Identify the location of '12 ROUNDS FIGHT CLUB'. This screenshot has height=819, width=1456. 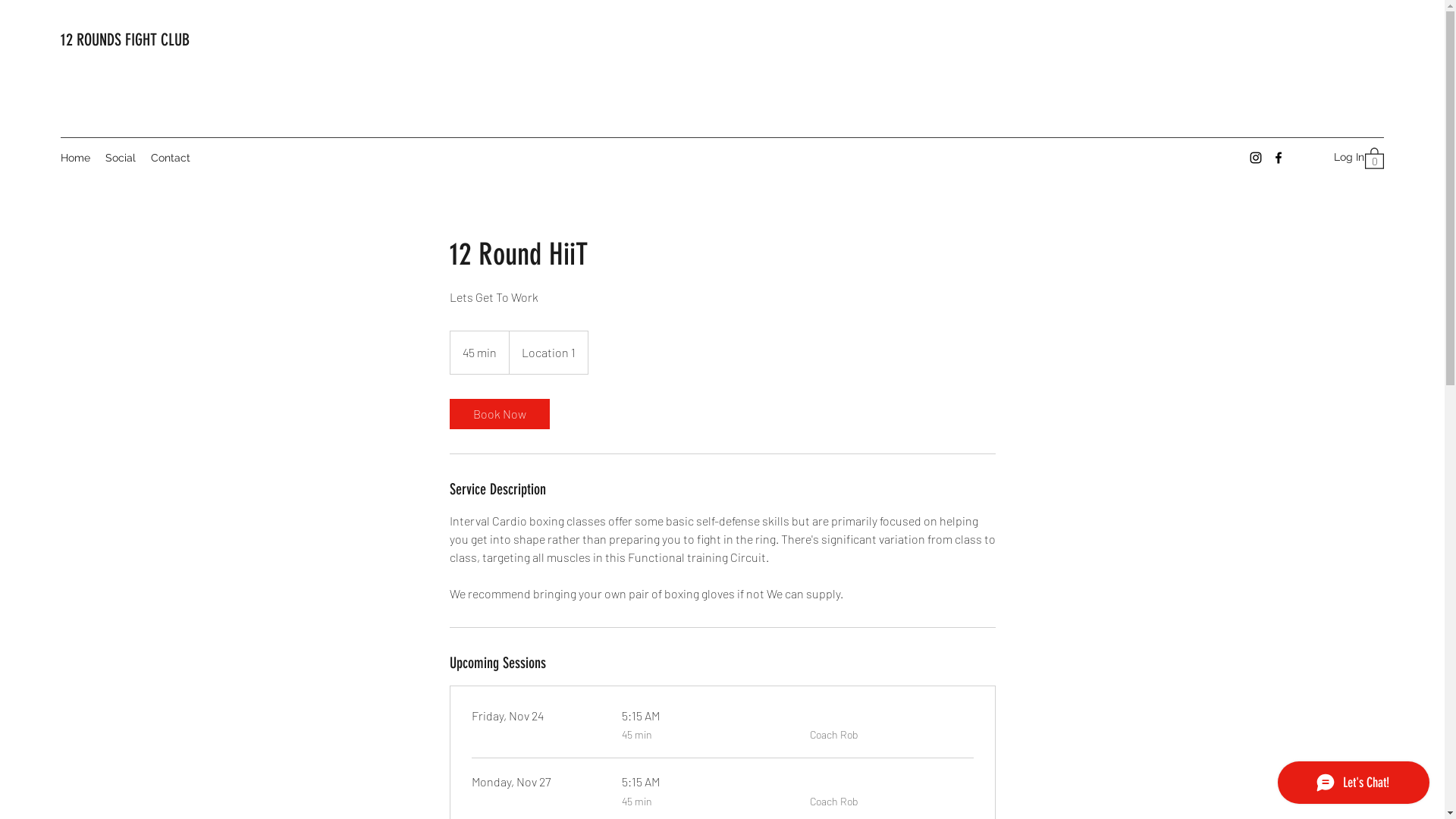
(61, 39).